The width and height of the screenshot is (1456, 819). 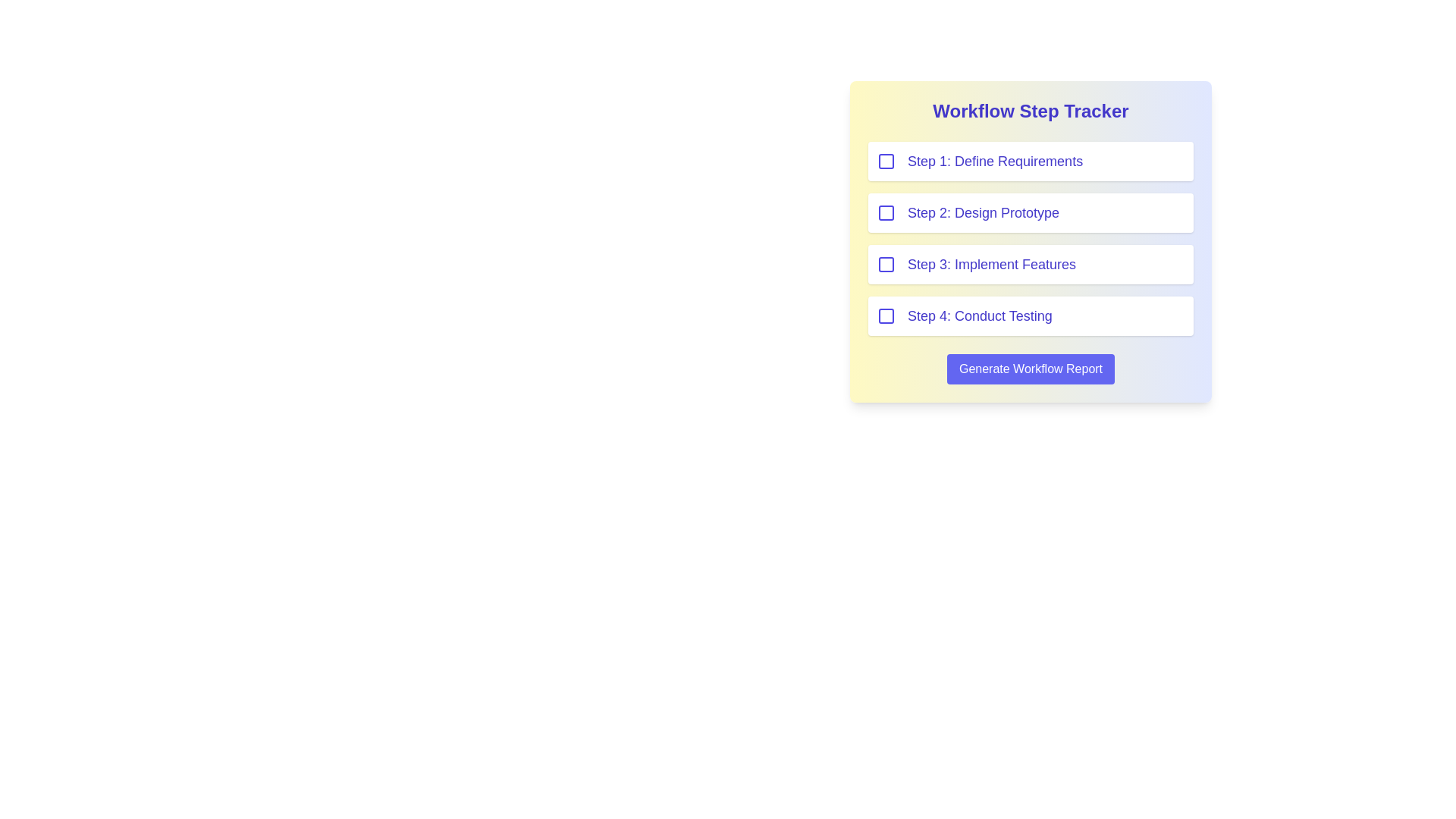 I want to click on the text label displaying 'Step 1: Define Requirements' which is styled with a large indigo font and is the first step in the Workflow Step Tracker panel, so click(x=995, y=161).